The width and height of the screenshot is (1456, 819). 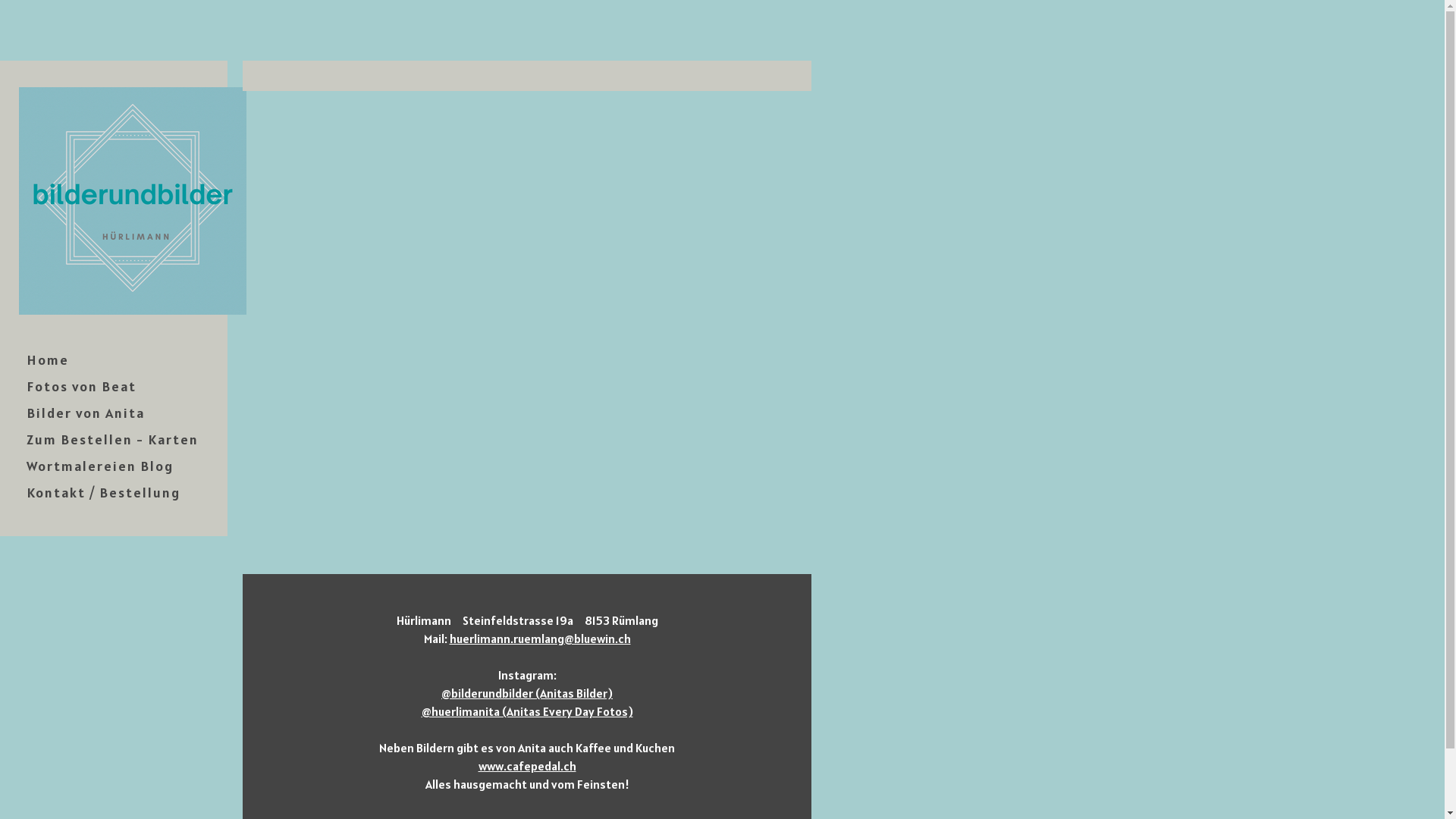 I want to click on 'huerlimann.ruemlang@bluewin.ch', so click(x=539, y=638).